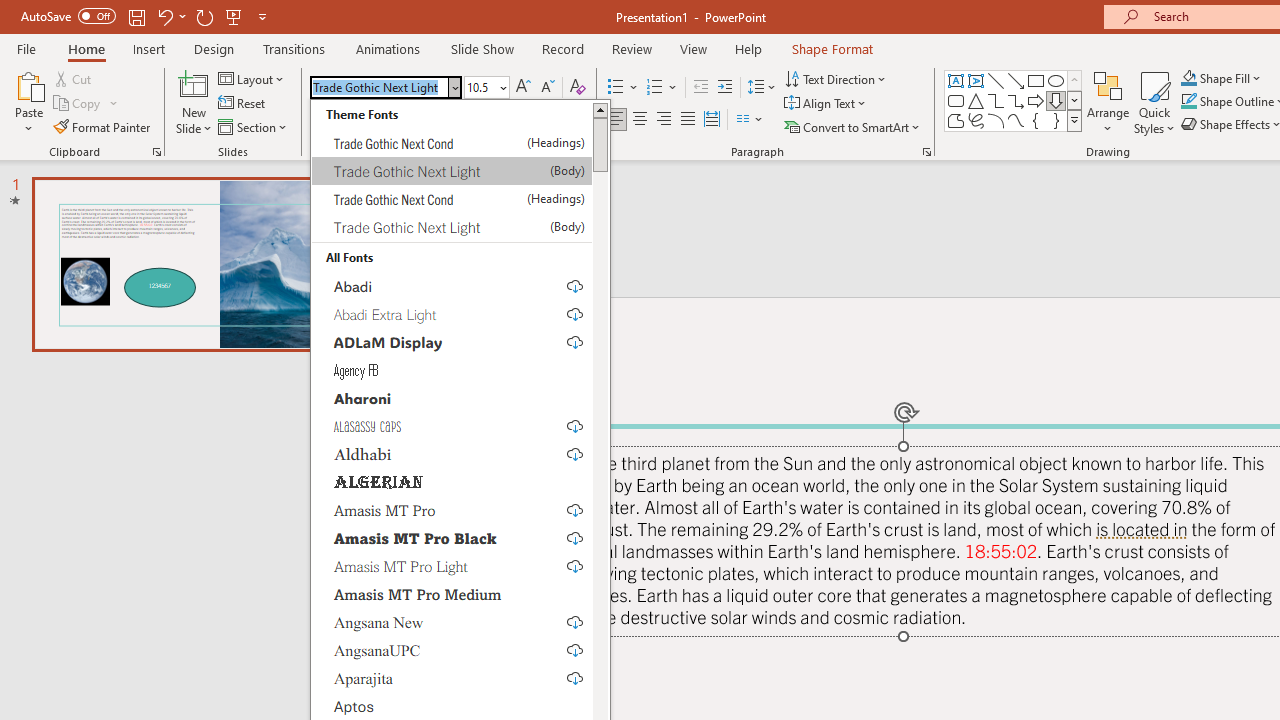 The width and height of the screenshot is (1280, 720). I want to click on 'Connector: Elbow', so click(995, 100).